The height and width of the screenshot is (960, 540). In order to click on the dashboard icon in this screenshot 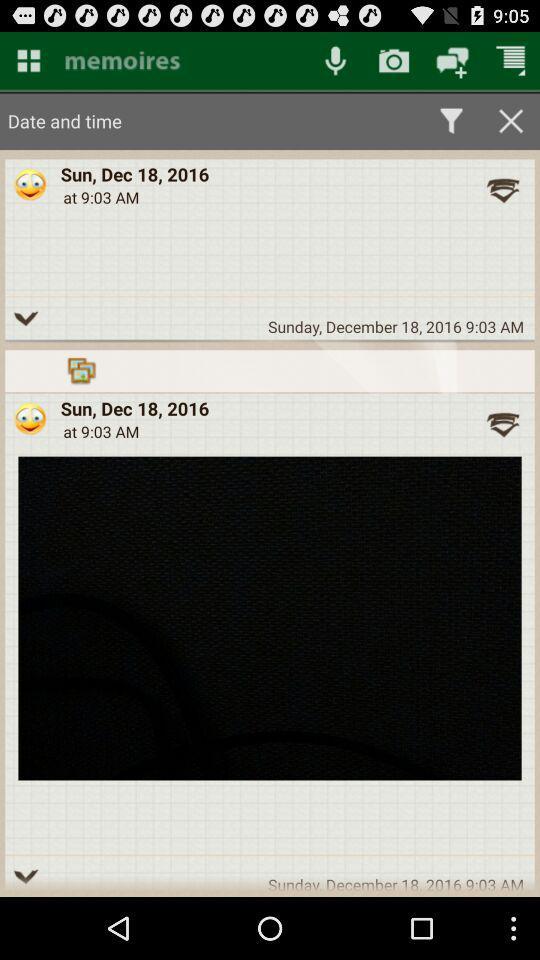, I will do `click(27, 64)`.